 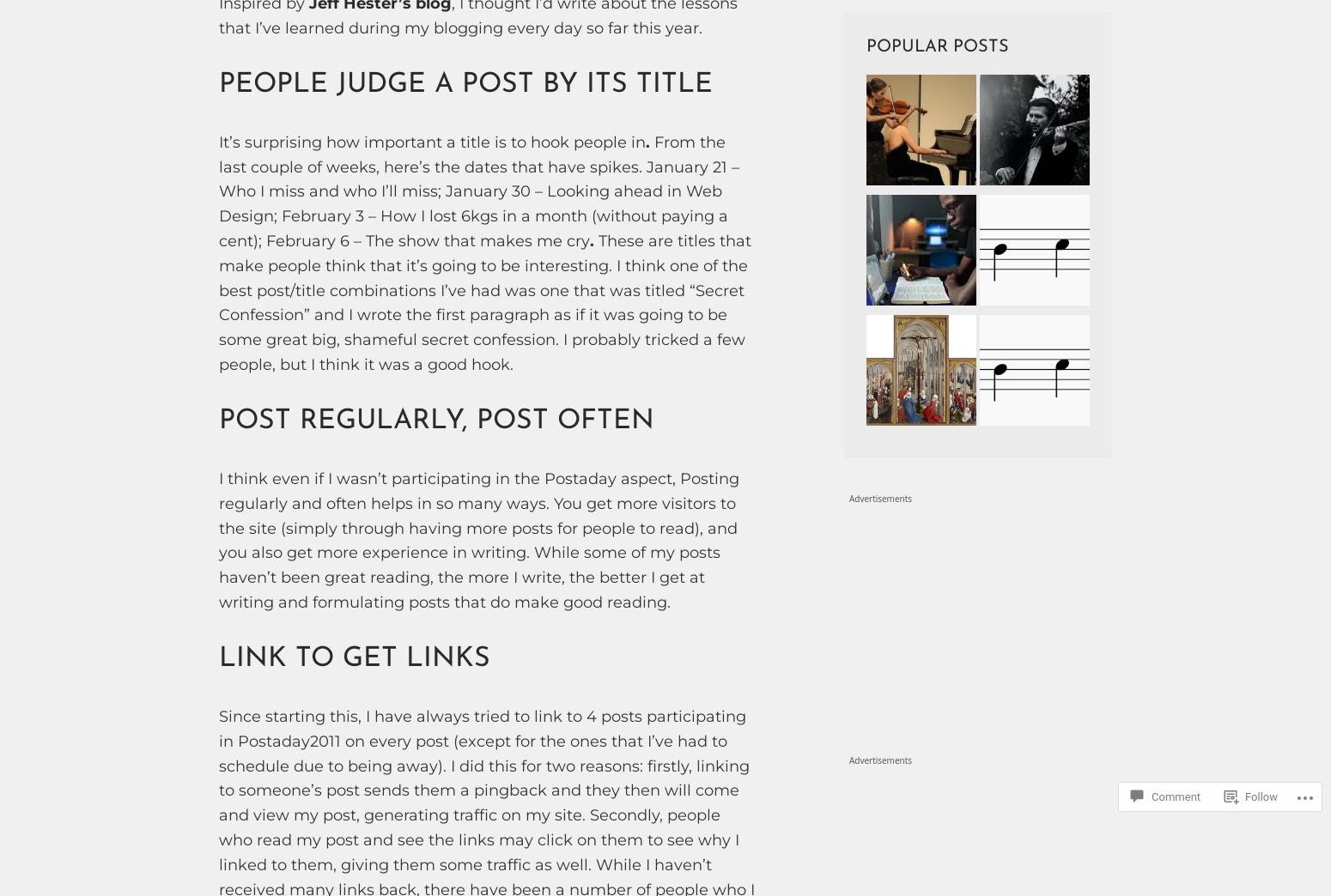 I want to click on 'I think even if I wasn’t participating in the Postaday aspect, Posting regularly and often helps in so many ways. You get more visitors to the site (simply through having more posts for people to read), and you also get more experience in writing. While some of my posts haven’t been great reading, the more I write, the better I get at writing and formulating posts that do make good reading.', so click(x=218, y=540).